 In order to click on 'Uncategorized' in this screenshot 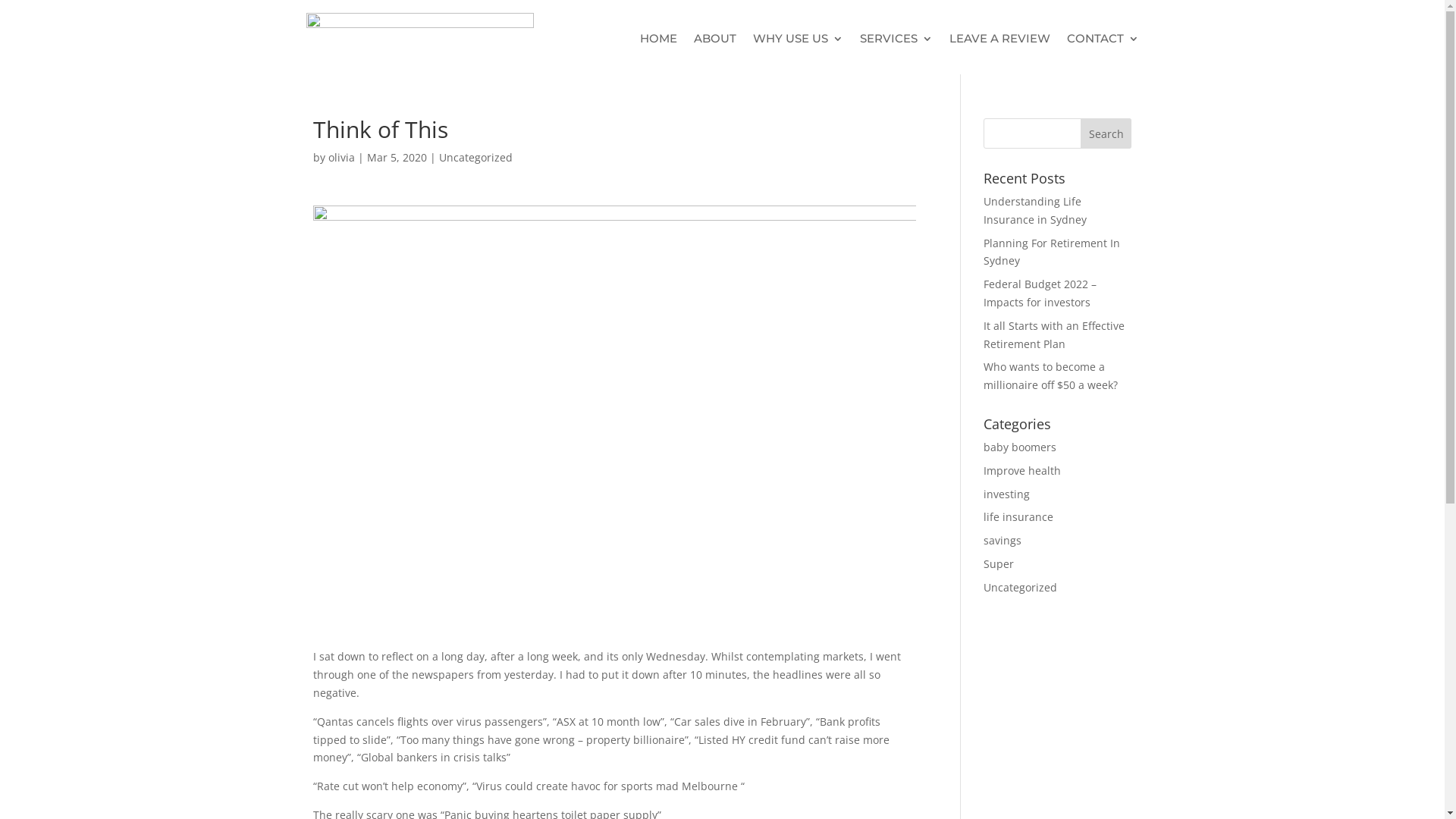, I will do `click(437, 157)`.